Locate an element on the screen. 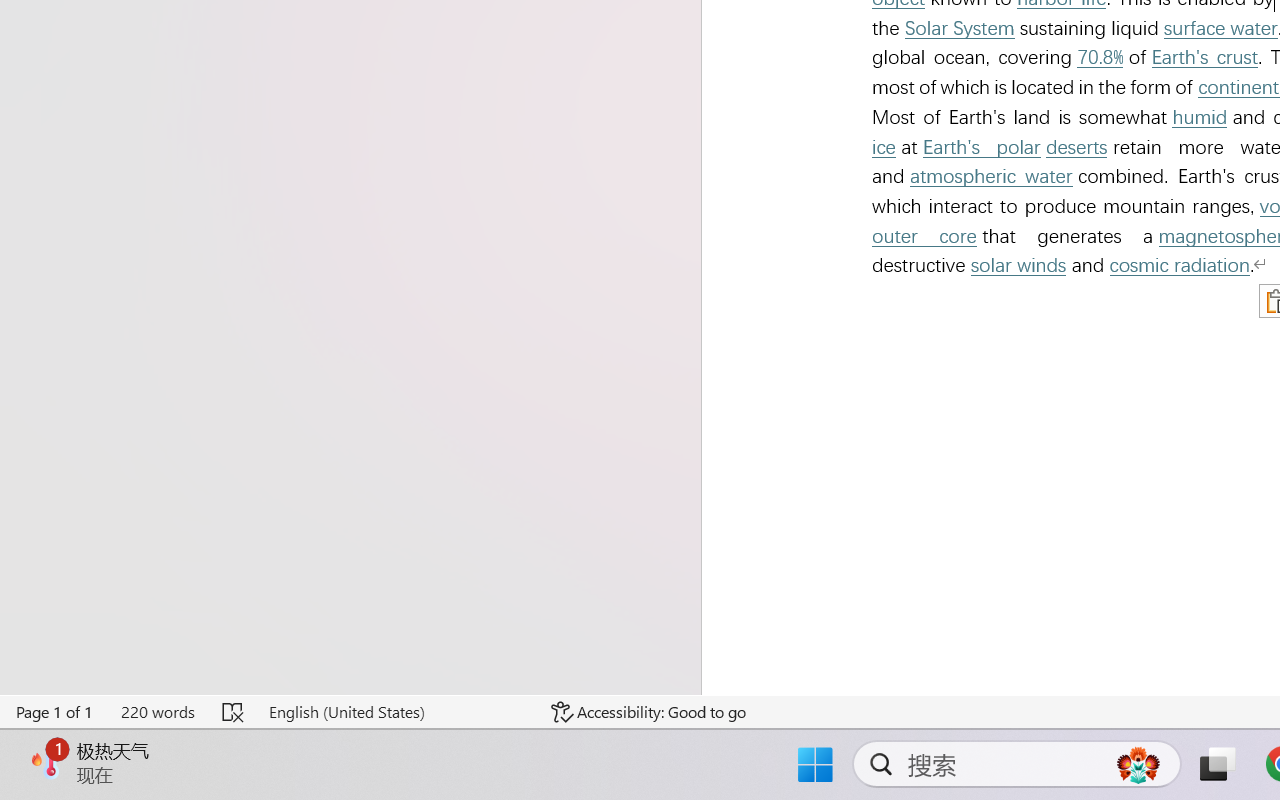 The height and width of the screenshot is (800, 1280). 'surface water' is located at coordinates (1219, 28).